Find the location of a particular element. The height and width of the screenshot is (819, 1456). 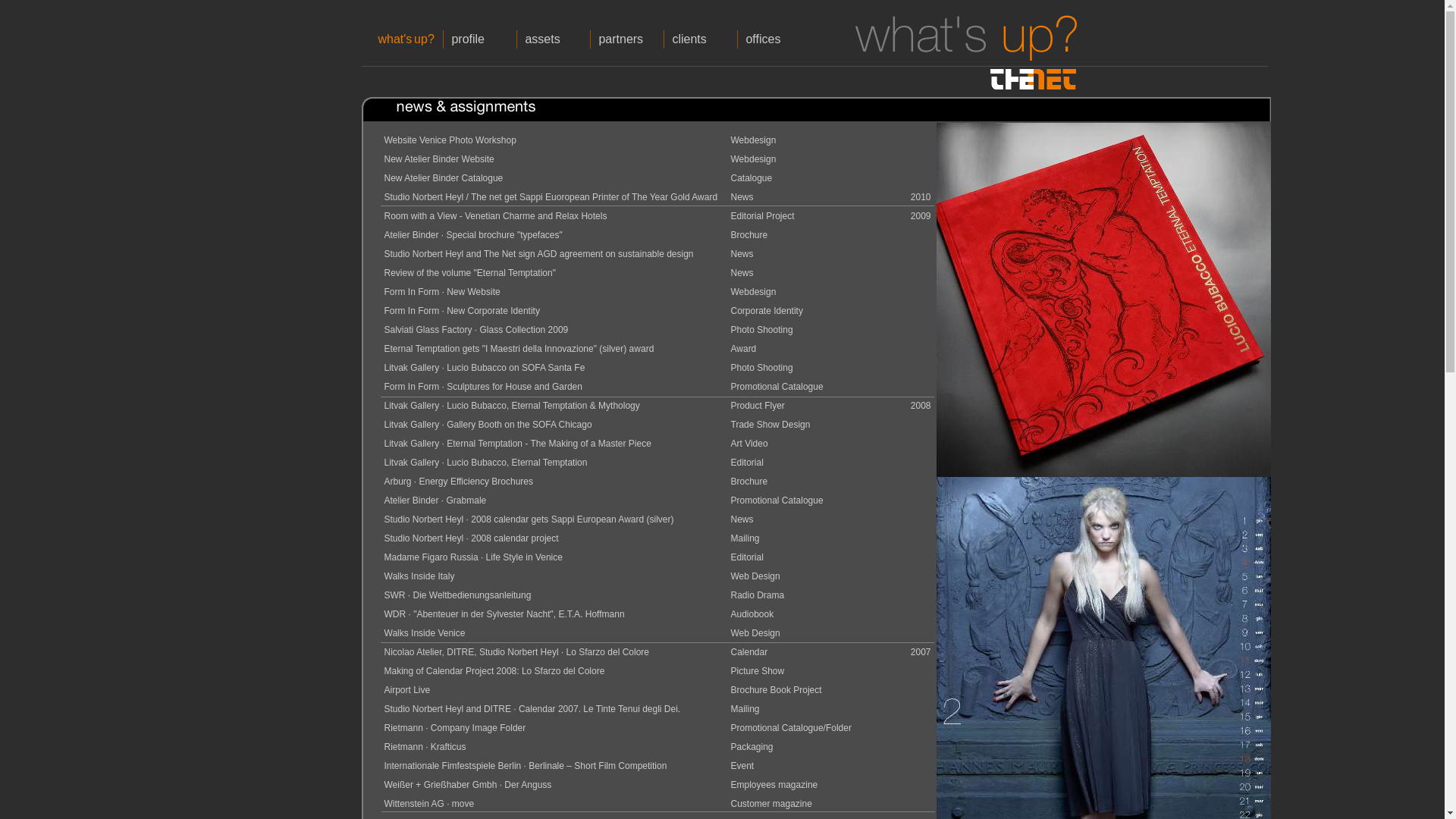

'New Atelier Binder Website' is located at coordinates (438, 158).